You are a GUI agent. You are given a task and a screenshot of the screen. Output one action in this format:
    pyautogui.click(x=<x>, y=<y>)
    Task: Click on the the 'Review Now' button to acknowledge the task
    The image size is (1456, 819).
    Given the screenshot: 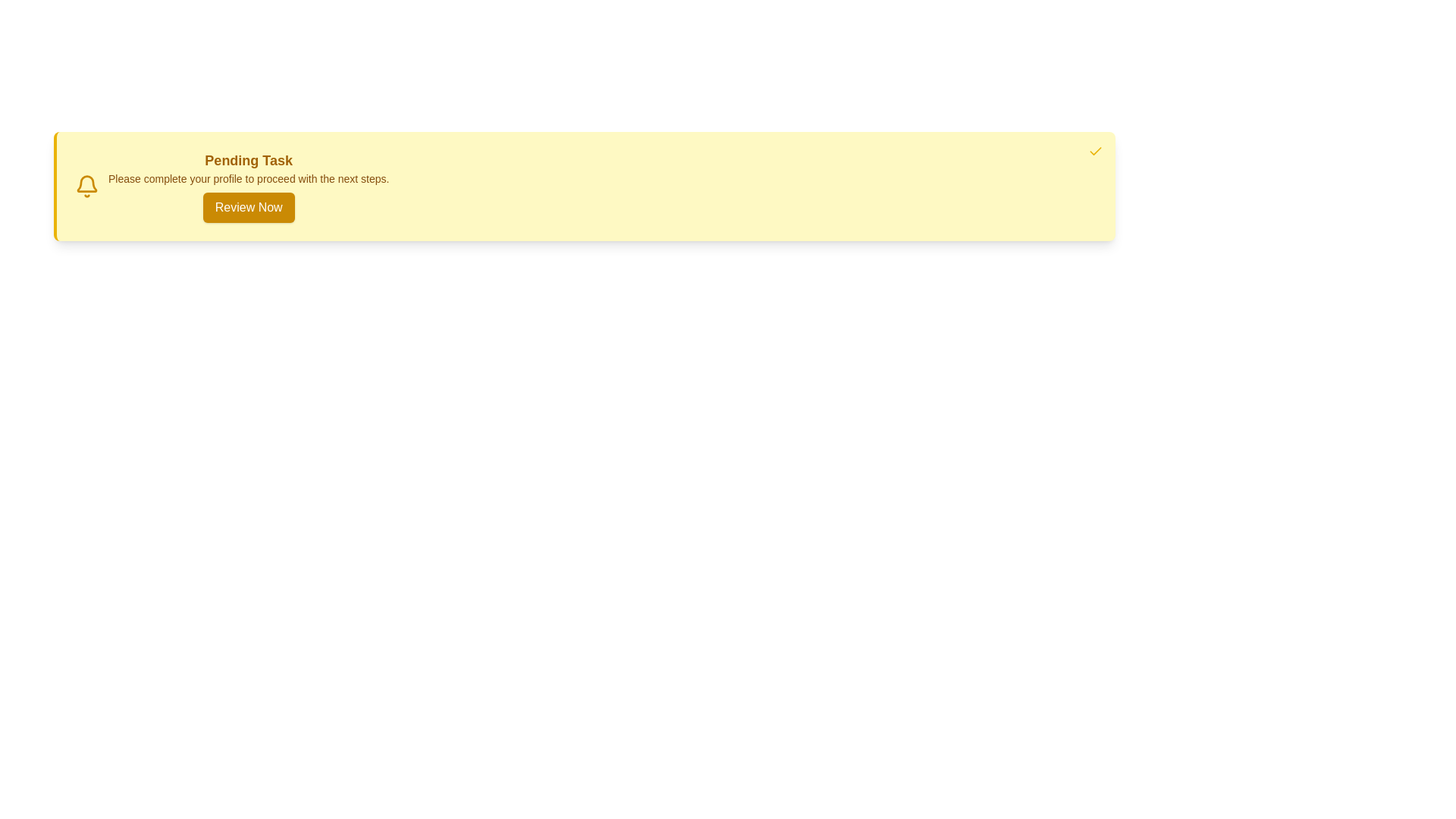 What is the action you would take?
    pyautogui.click(x=248, y=207)
    